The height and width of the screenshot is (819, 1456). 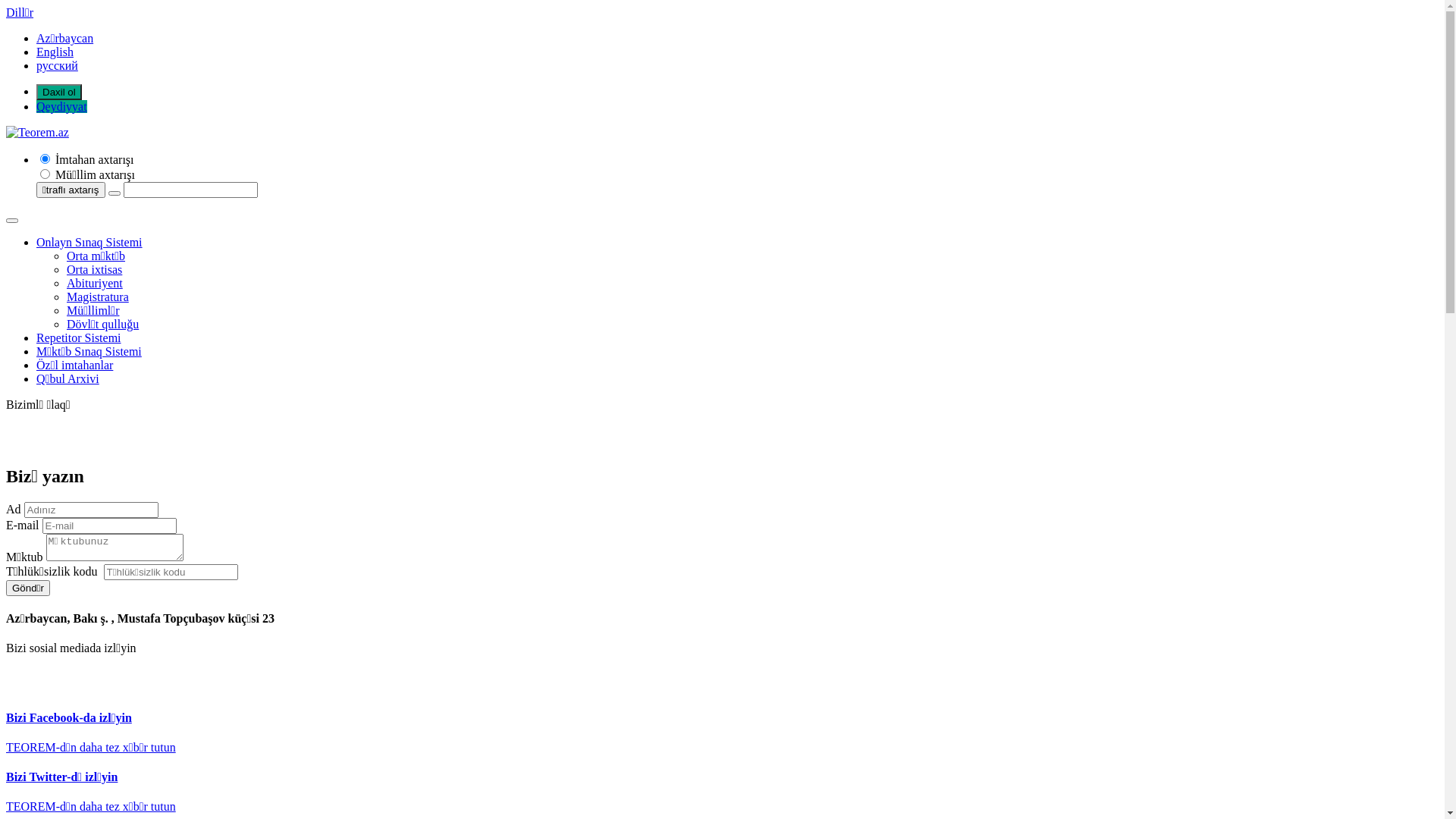 What do you see at coordinates (78, 337) in the screenshot?
I see `'Repetitor Sistemi'` at bounding box center [78, 337].